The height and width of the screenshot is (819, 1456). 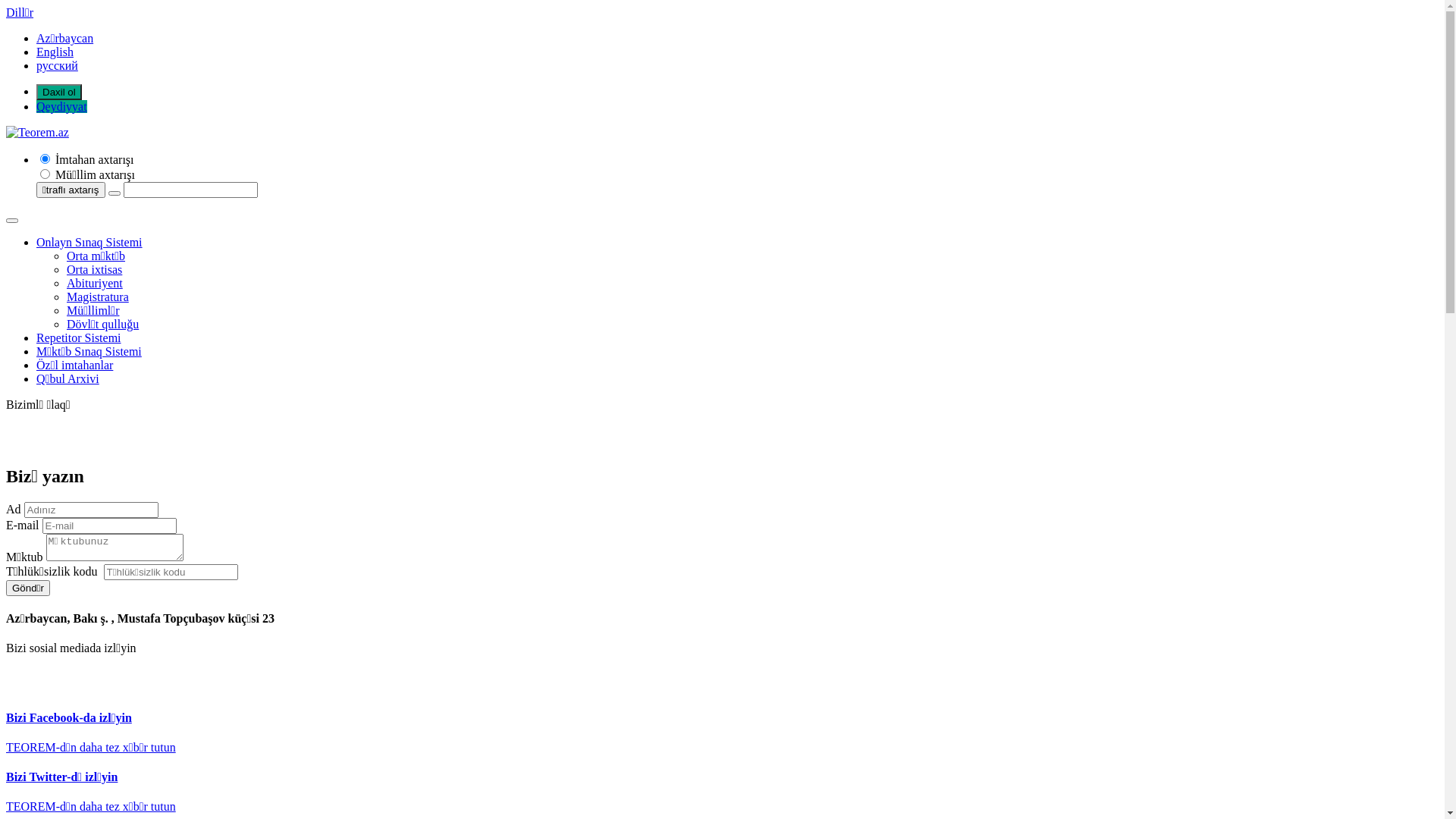 What do you see at coordinates (78, 337) in the screenshot?
I see `'Repetitor Sistemi'` at bounding box center [78, 337].